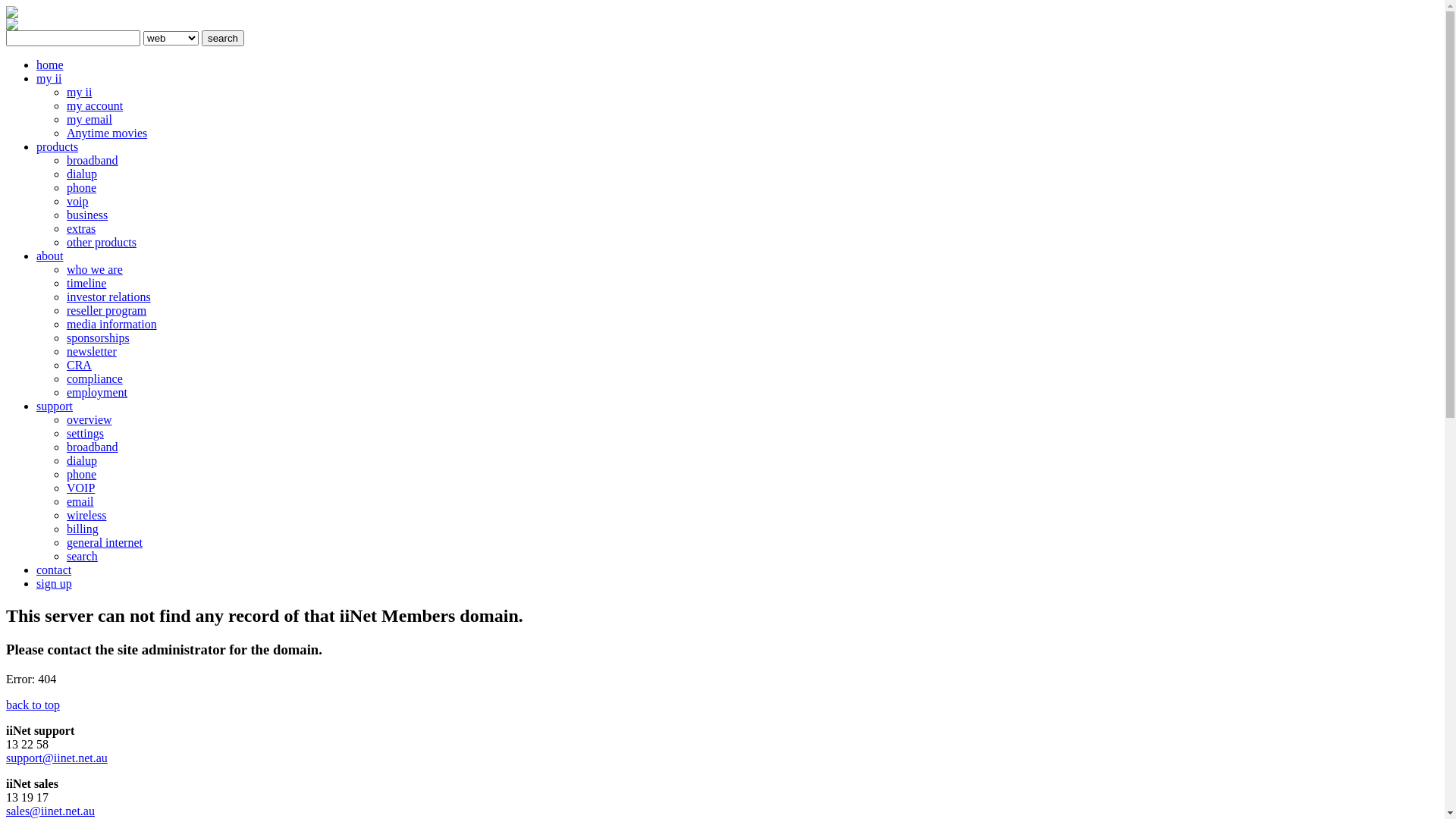 Image resolution: width=1456 pixels, height=819 pixels. Describe the element at coordinates (65, 160) in the screenshot. I see `'broadband'` at that location.